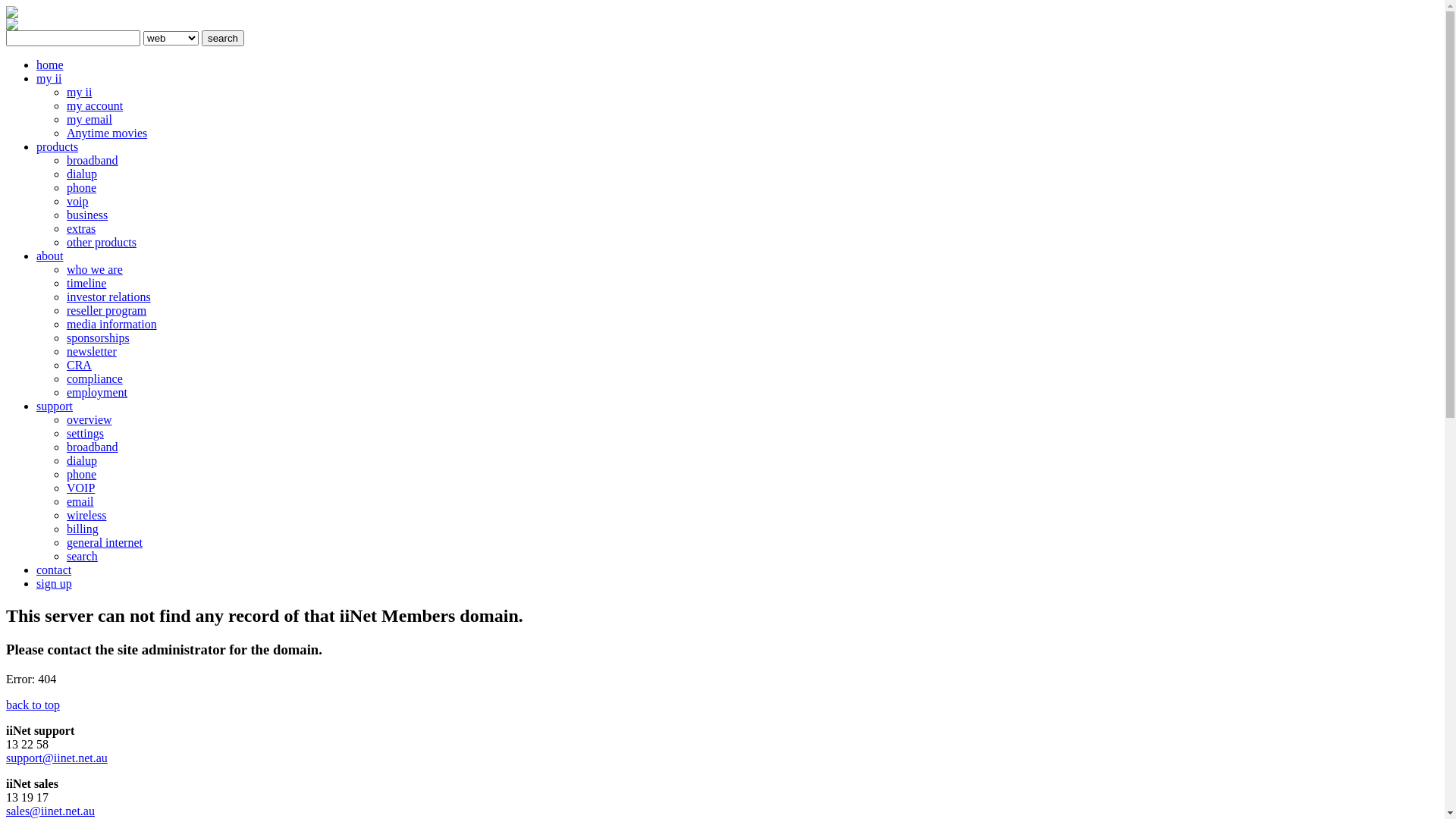 Image resolution: width=1456 pixels, height=819 pixels. Describe the element at coordinates (65, 160) in the screenshot. I see `'broadband'` at that location.